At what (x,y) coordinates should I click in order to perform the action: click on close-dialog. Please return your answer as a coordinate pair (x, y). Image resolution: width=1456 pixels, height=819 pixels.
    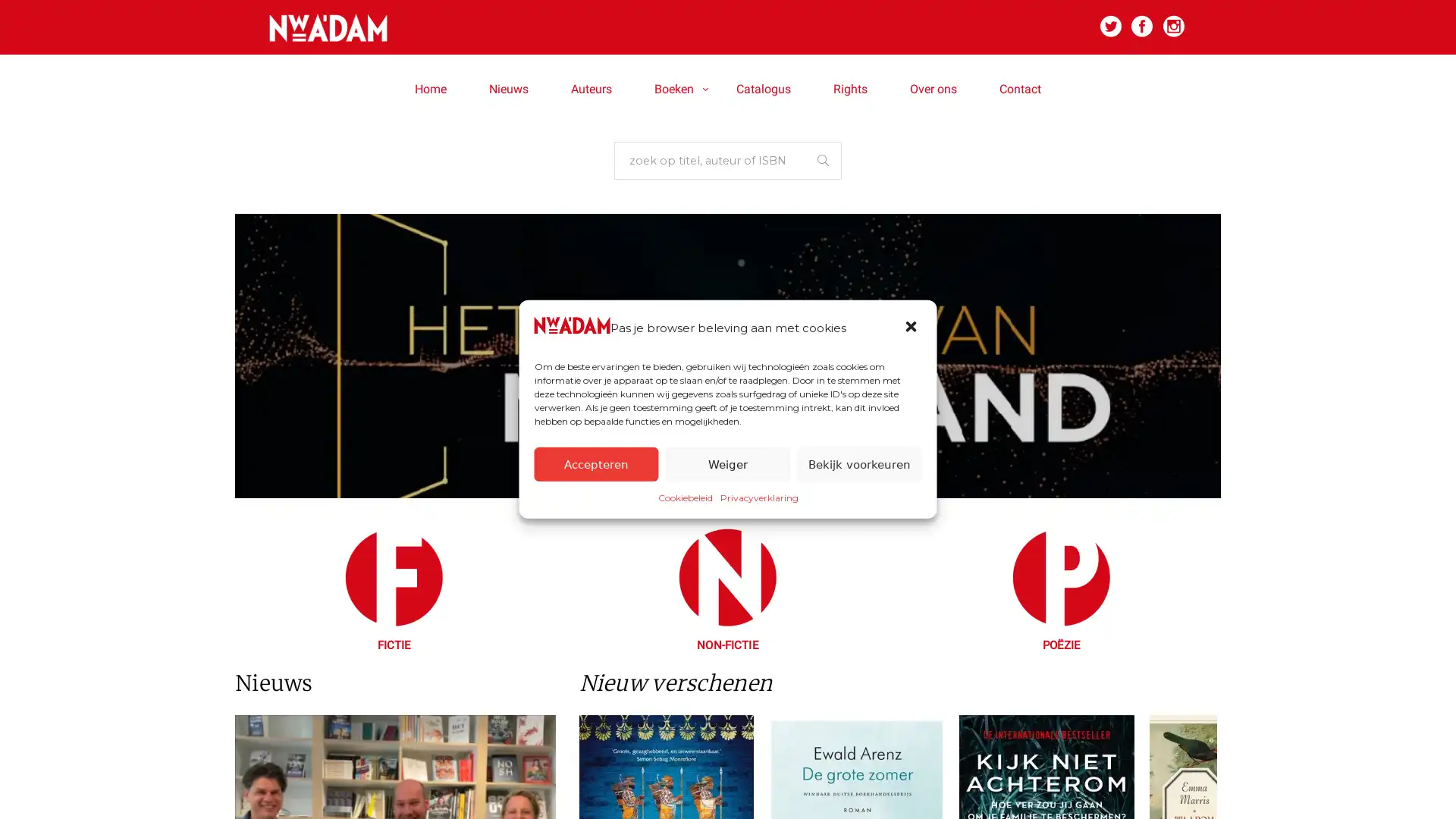
    Looking at the image, I should click on (912, 327).